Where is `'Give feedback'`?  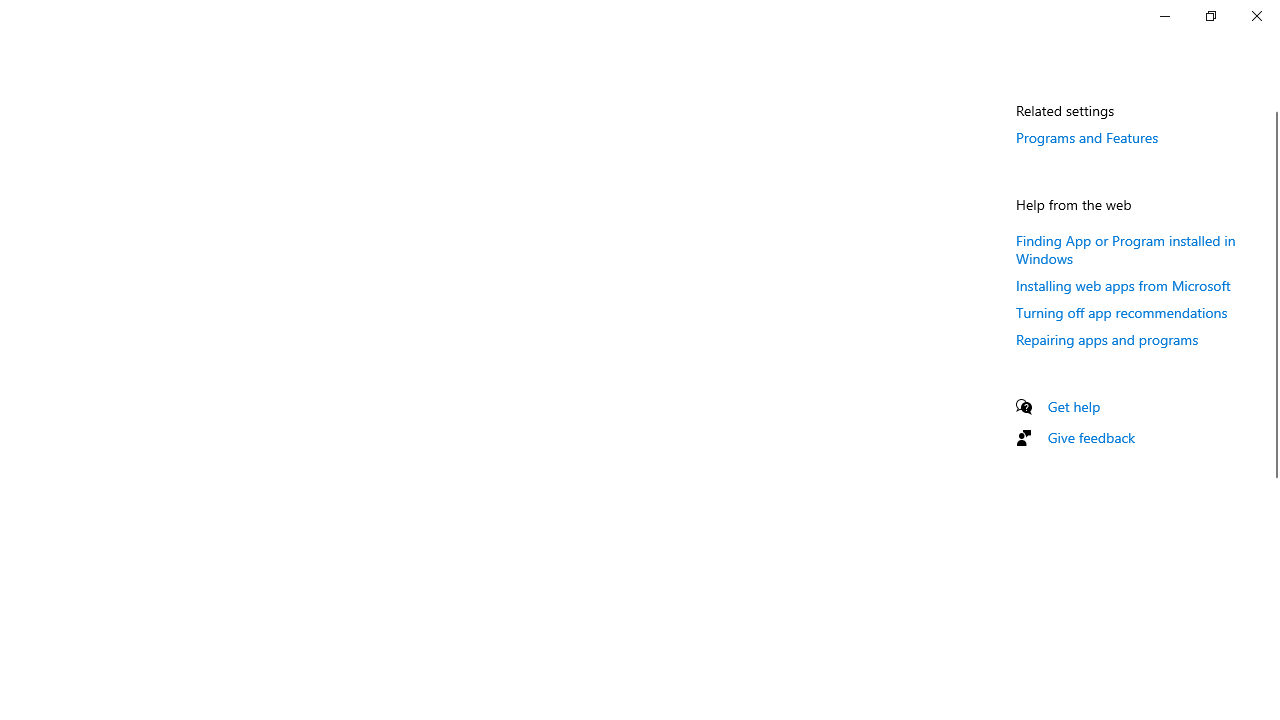
'Give feedback' is located at coordinates (1090, 436).